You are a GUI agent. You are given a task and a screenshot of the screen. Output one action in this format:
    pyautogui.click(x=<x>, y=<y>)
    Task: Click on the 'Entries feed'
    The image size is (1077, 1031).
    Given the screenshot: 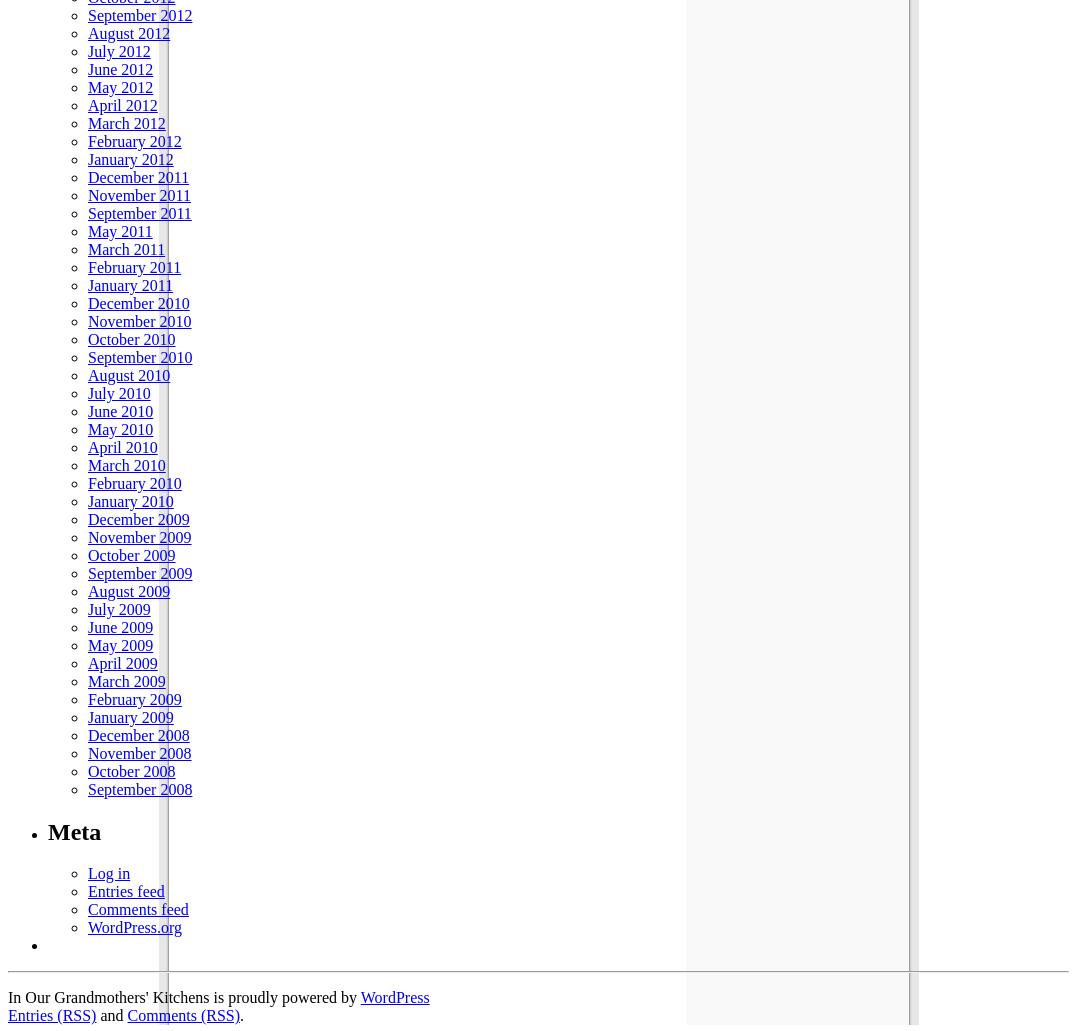 What is the action you would take?
    pyautogui.click(x=126, y=891)
    